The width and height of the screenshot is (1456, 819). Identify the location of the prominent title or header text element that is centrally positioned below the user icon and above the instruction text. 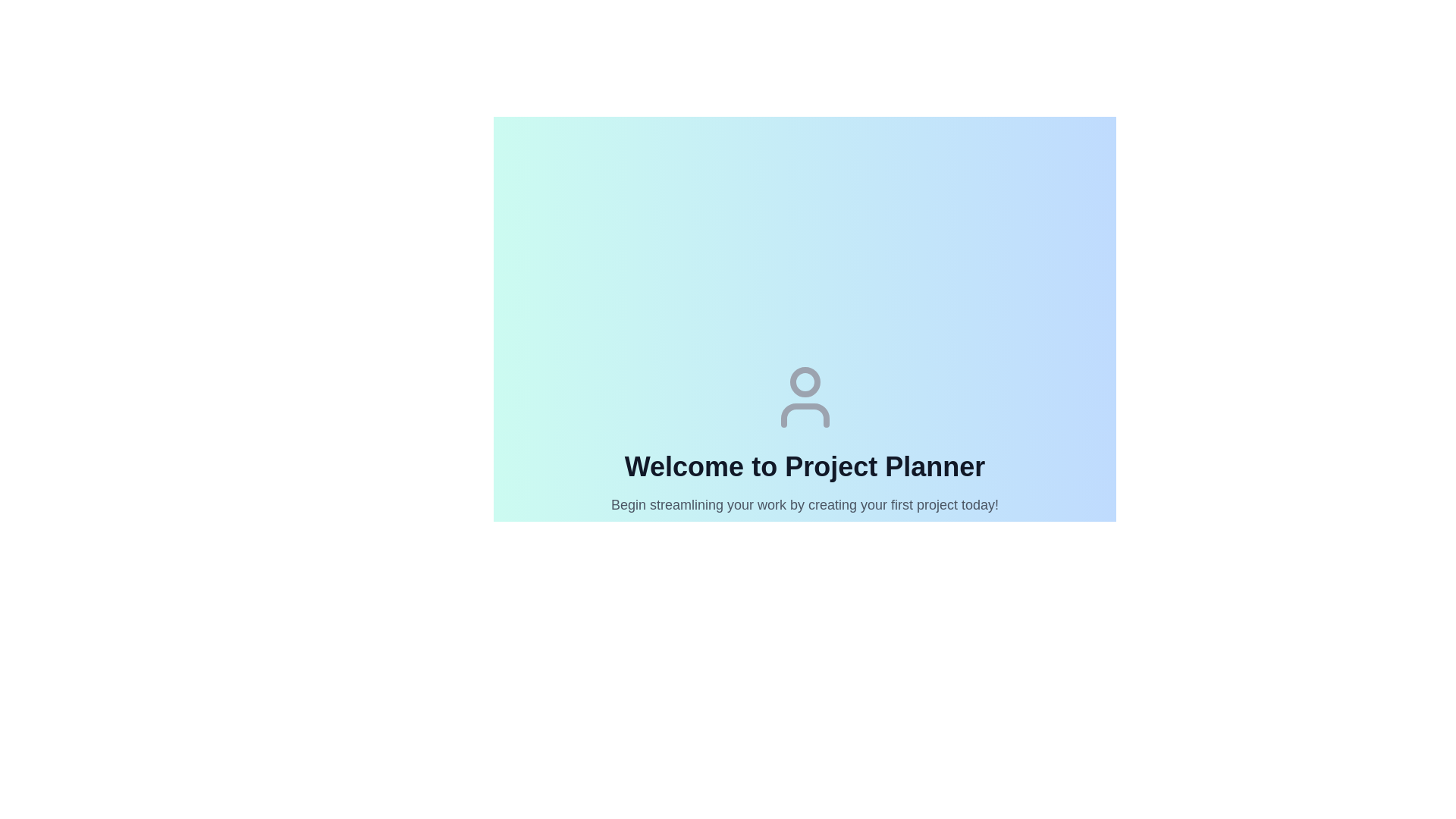
(804, 466).